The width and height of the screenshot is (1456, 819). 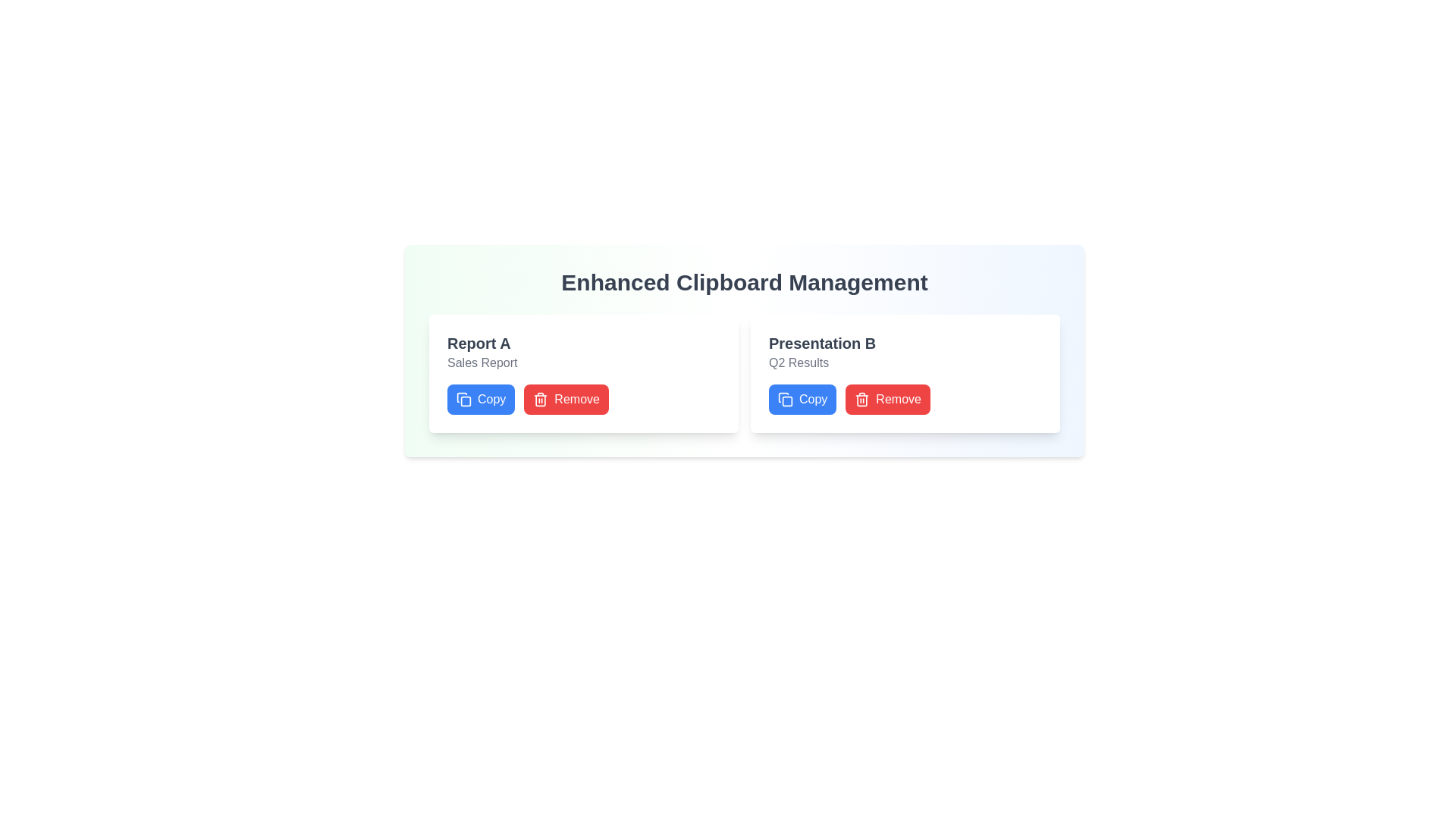 I want to click on the delete button located at the bottom of the 'Report A' card, which is the second button in the group next to the 'Copy' button, so click(x=566, y=399).